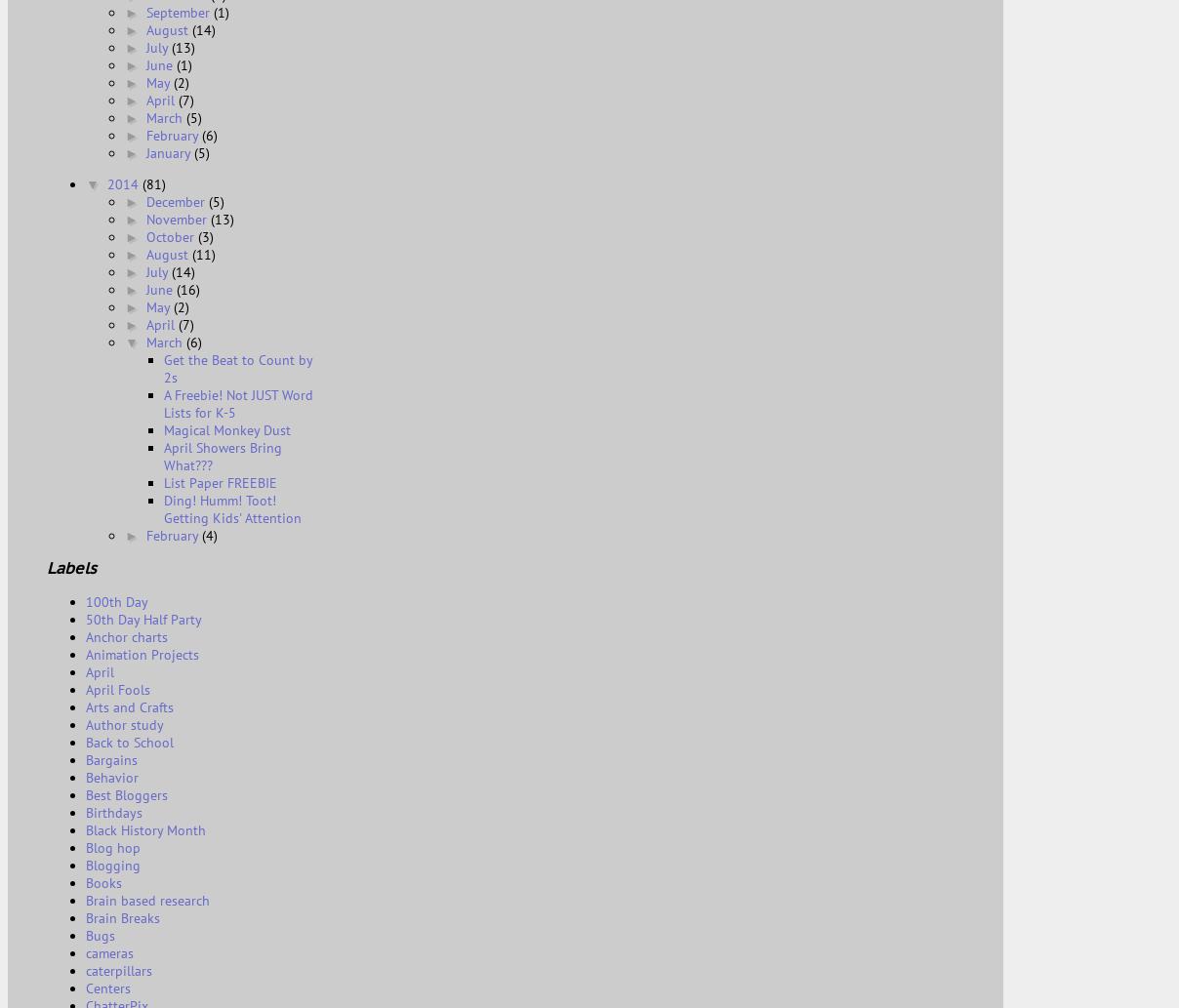 This screenshot has height=1008, width=1179. What do you see at coordinates (129, 743) in the screenshot?
I see `'Back to School'` at bounding box center [129, 743].